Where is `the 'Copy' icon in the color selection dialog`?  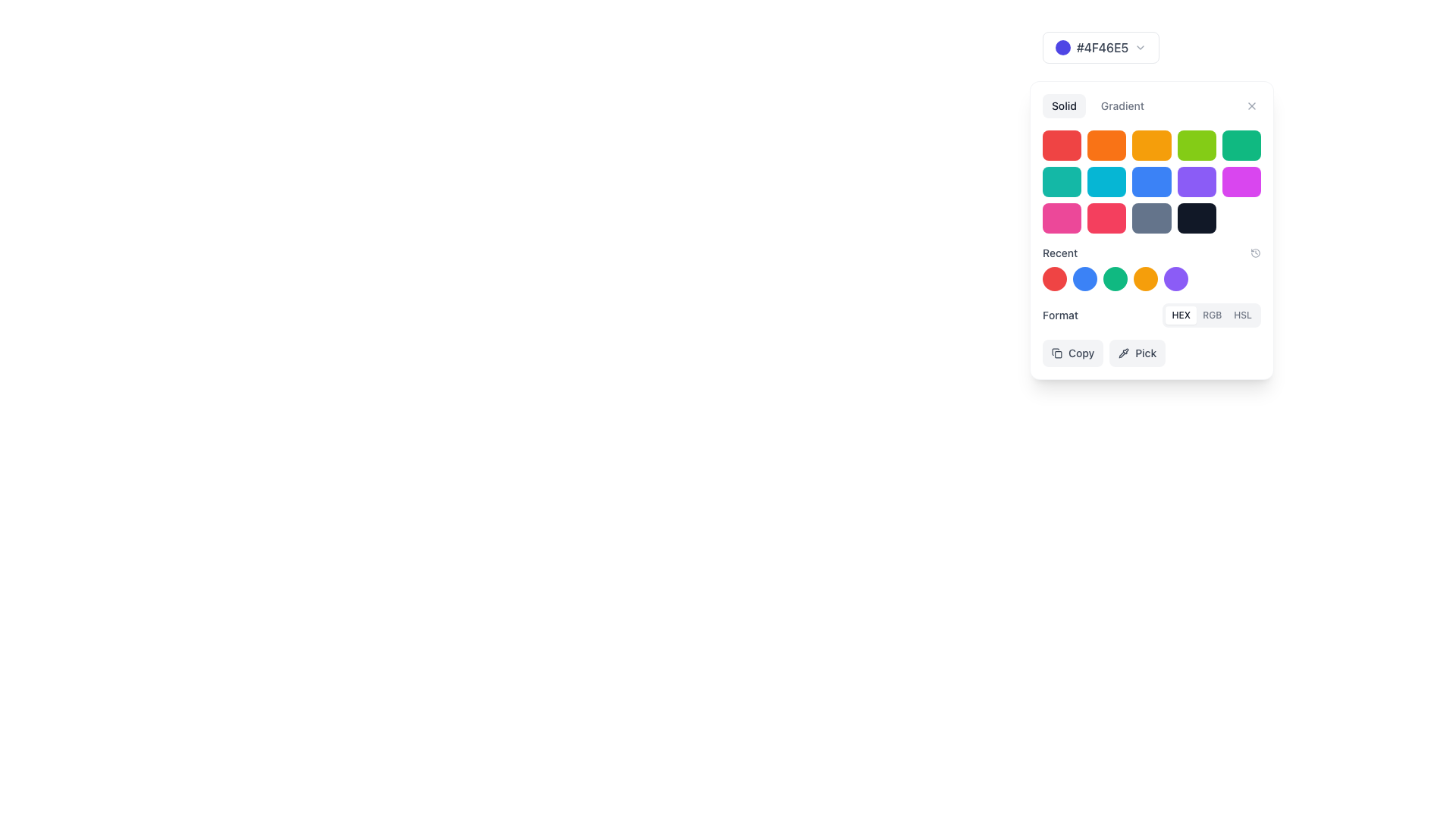
the 'Copy' icon in the color selection dialog is located at coordinates (1056, 353).